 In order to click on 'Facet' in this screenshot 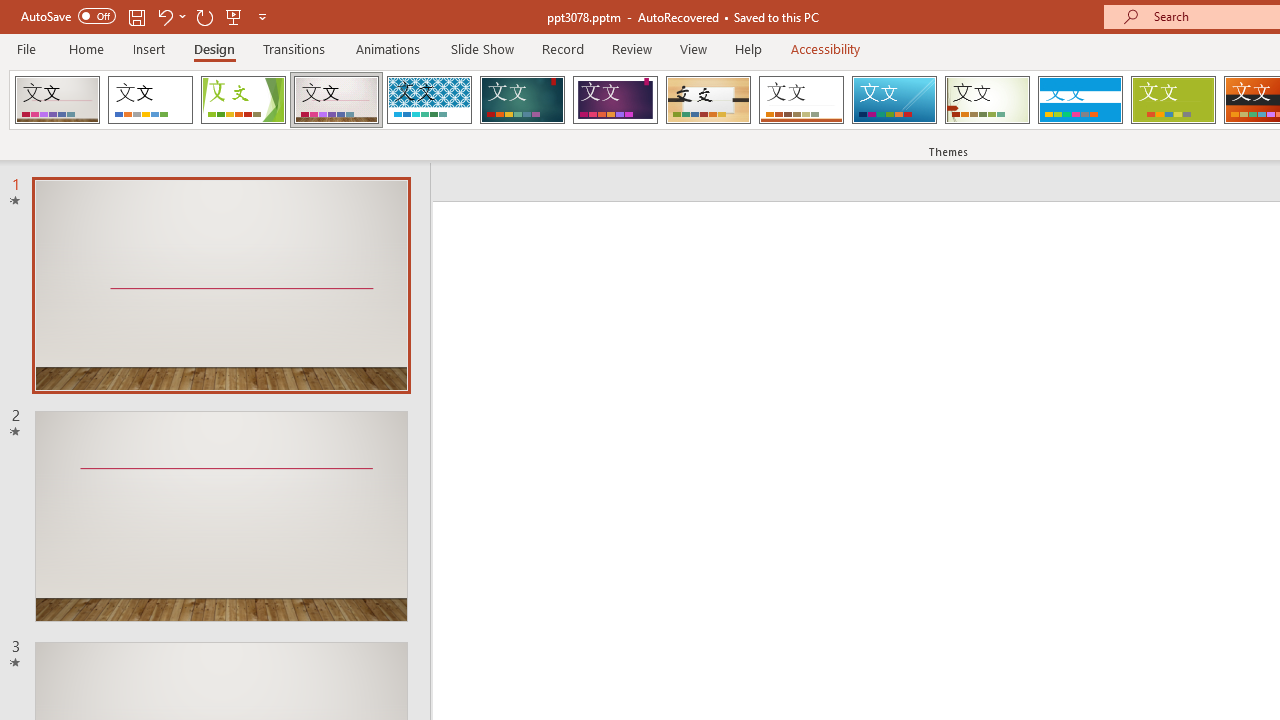, I will do `click(242, 100)`.